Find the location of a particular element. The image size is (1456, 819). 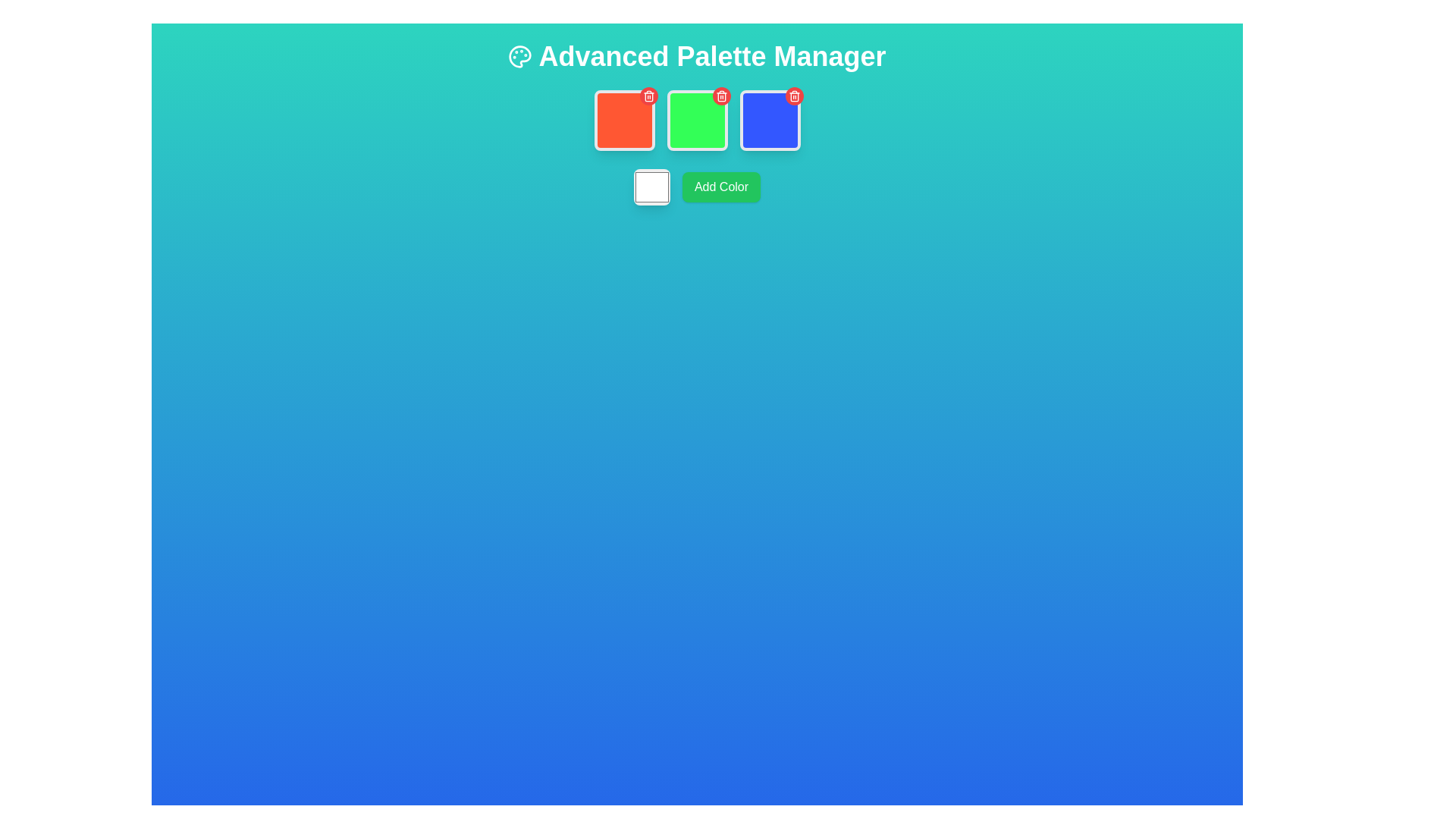

the graphical icon representing a palette located near the top-left of the interface, adjacent to the text title 'Advanced Palette Manager' is located at coordinates (520, 55).